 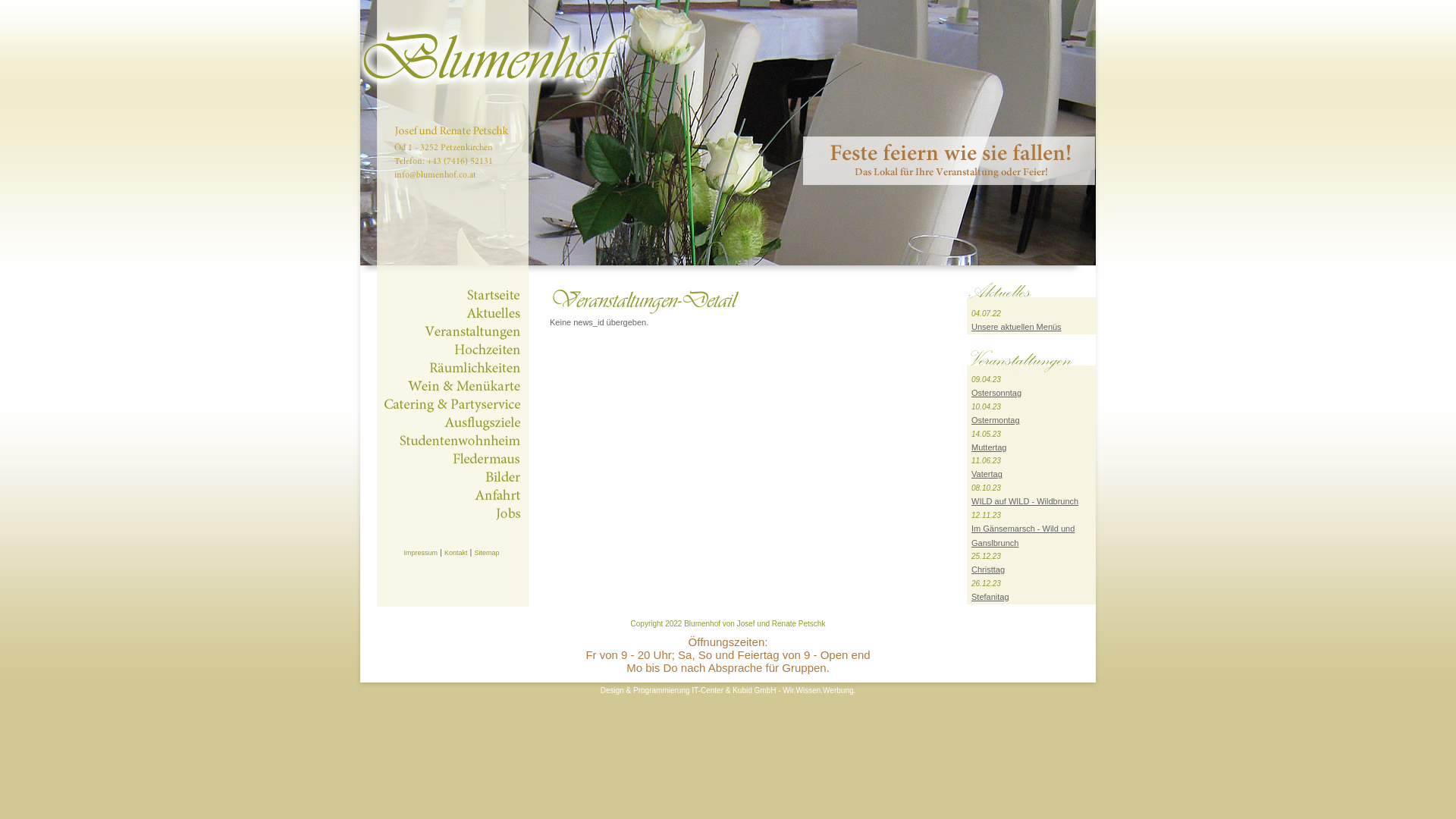 What do you see at coordinates (1025, 500) in the screenshot?
I see `'WILD auf WILD - Wildbrunch'` at bounding box center [1025, 500].